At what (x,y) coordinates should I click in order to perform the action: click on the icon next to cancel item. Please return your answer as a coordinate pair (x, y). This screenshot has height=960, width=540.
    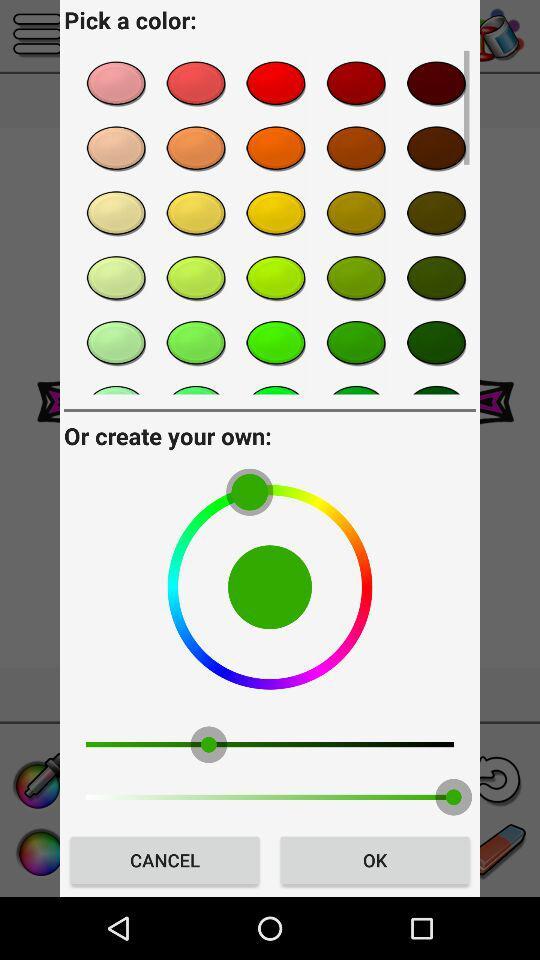
    Looking at the image, I should click on (374, 859).